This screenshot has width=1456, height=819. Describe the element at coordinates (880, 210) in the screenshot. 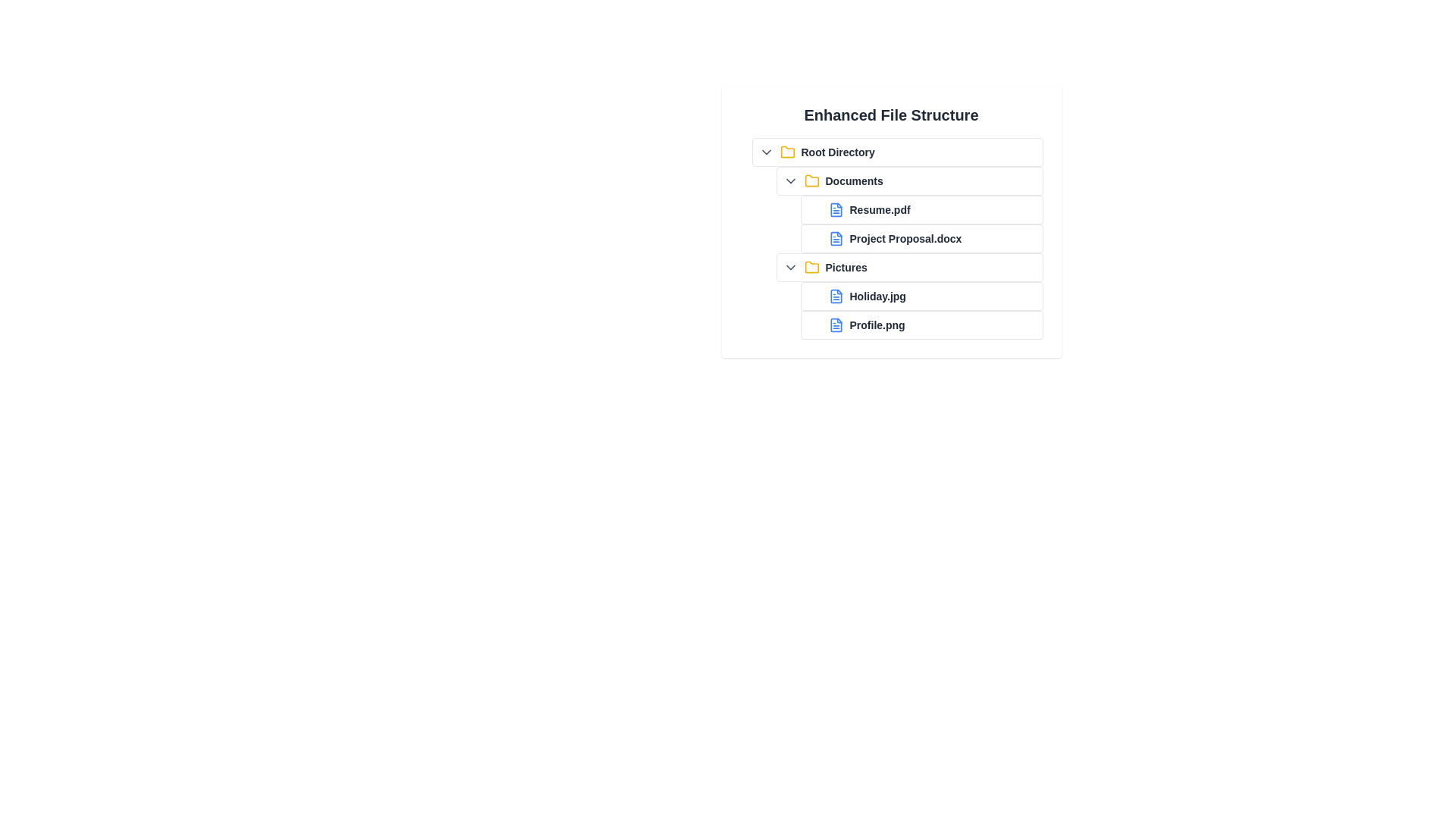

I see `the 'Resume.pdf' file name label located in the 'Documents' folder, which is the first file listed and has a document icon to the left of the text` at that location.